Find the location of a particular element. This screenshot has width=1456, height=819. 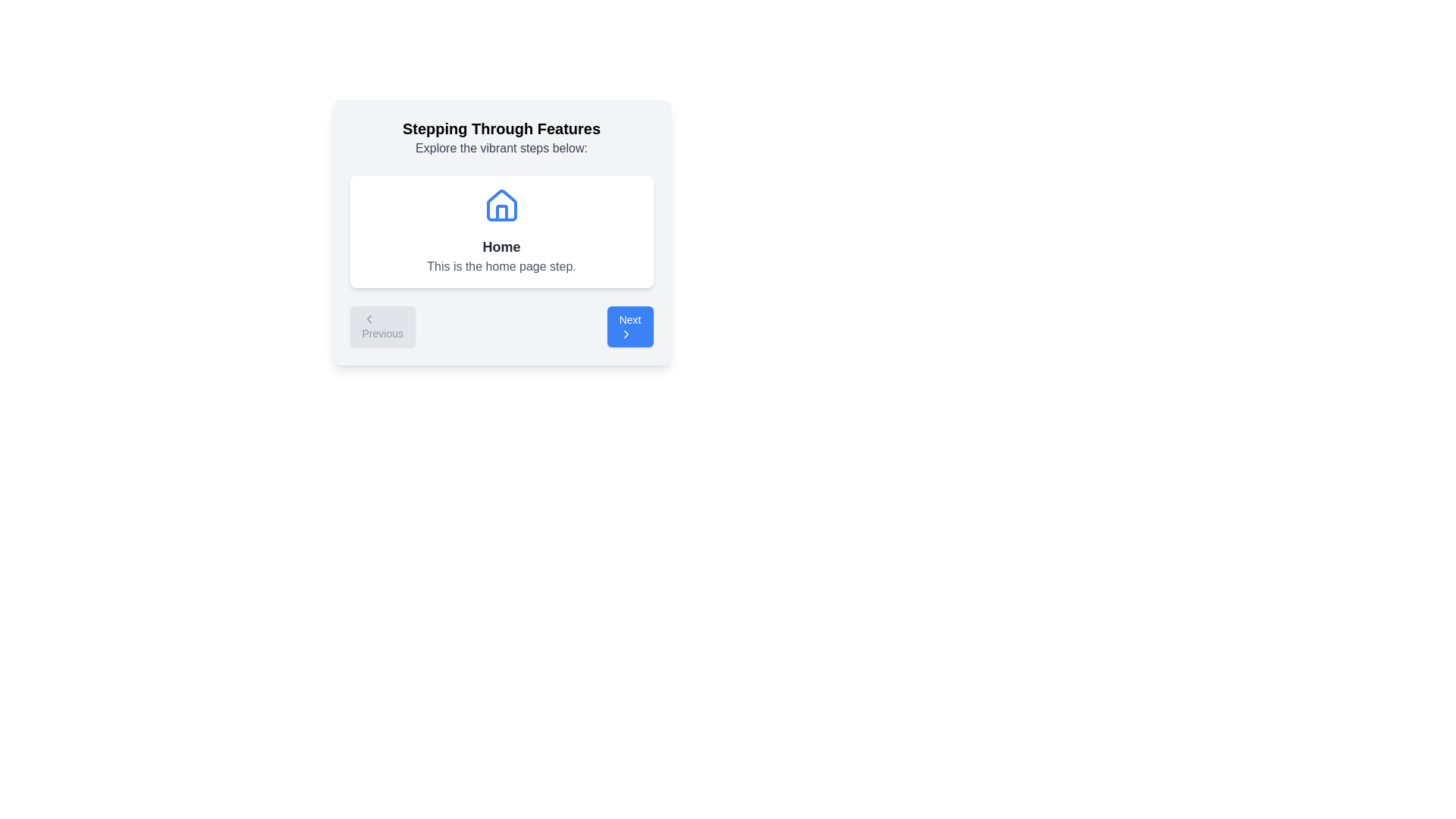

the navigation bar containing the 'Previous' and 'Next' buttons for additional visual feedback is located at coordinates (501, 326).